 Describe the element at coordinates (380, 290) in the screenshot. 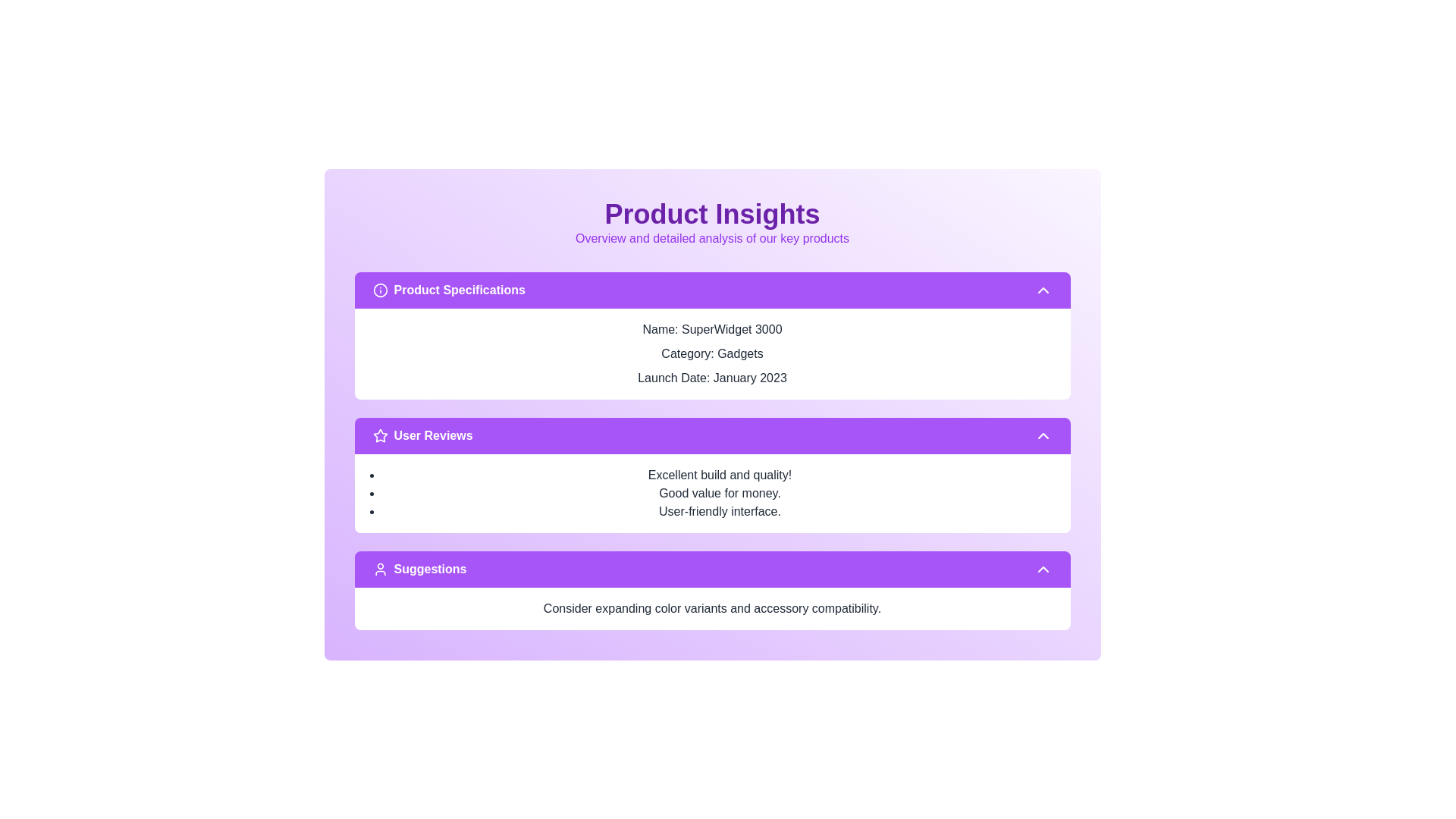

I see `the circular icon featuring a purple background and an information symbol ('i') for details, located to the left of 'Product Specifications'` at that location.